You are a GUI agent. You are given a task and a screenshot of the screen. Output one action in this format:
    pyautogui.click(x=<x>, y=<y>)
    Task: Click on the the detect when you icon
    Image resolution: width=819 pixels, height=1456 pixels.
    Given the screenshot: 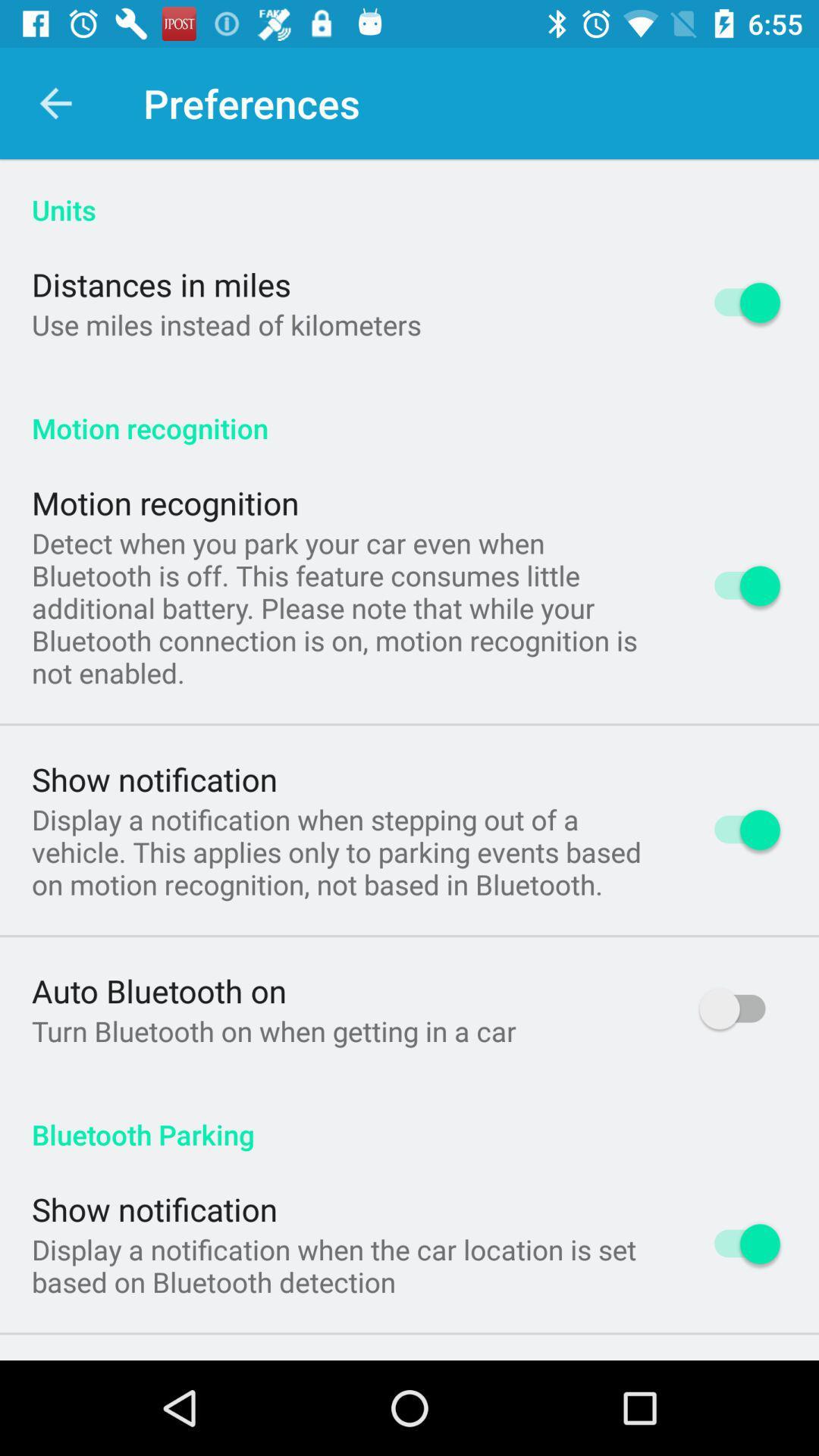 What is the action you would take?
    pyautogui.click(x=346, y=607)
    